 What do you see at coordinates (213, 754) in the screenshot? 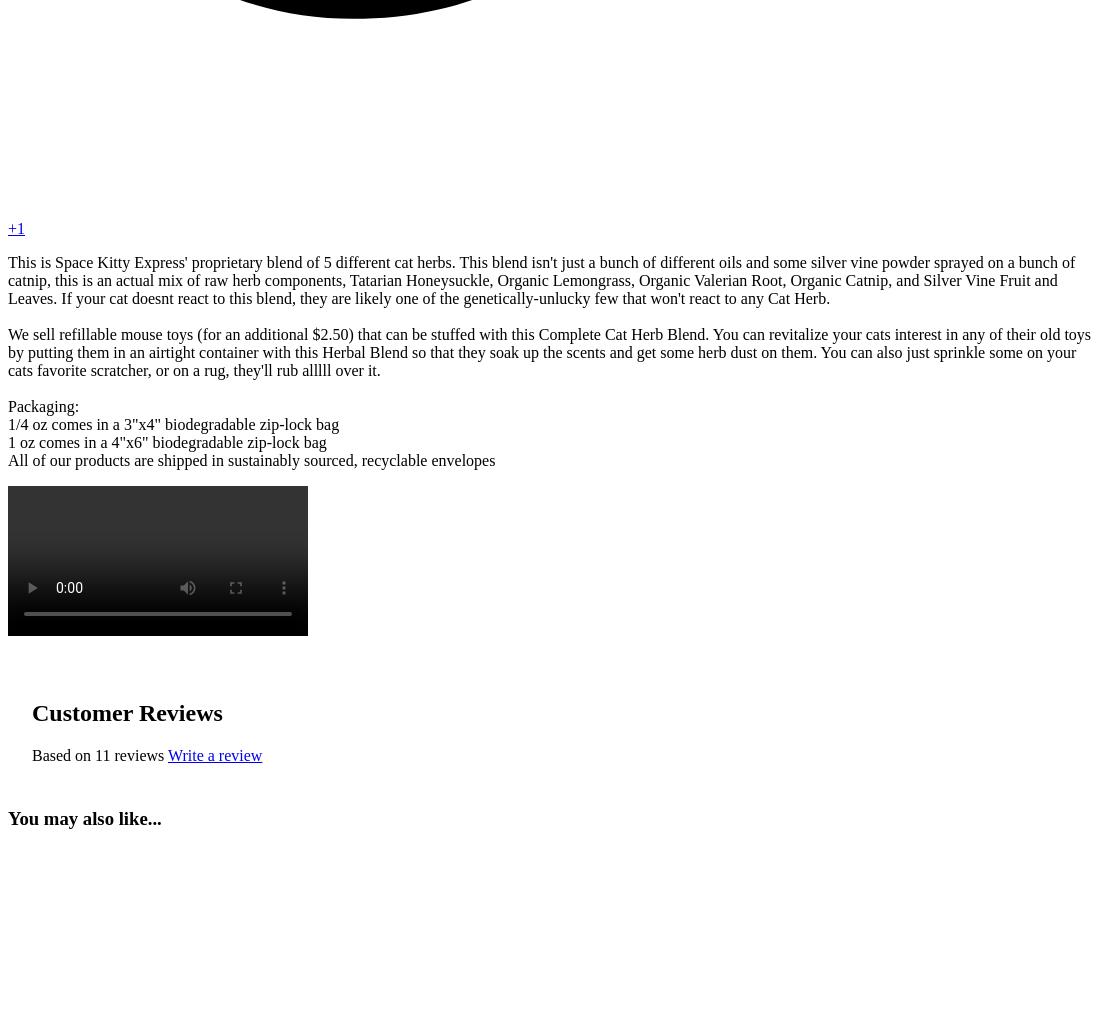
I see `'Write a review'` at bounding box center [213, 754].